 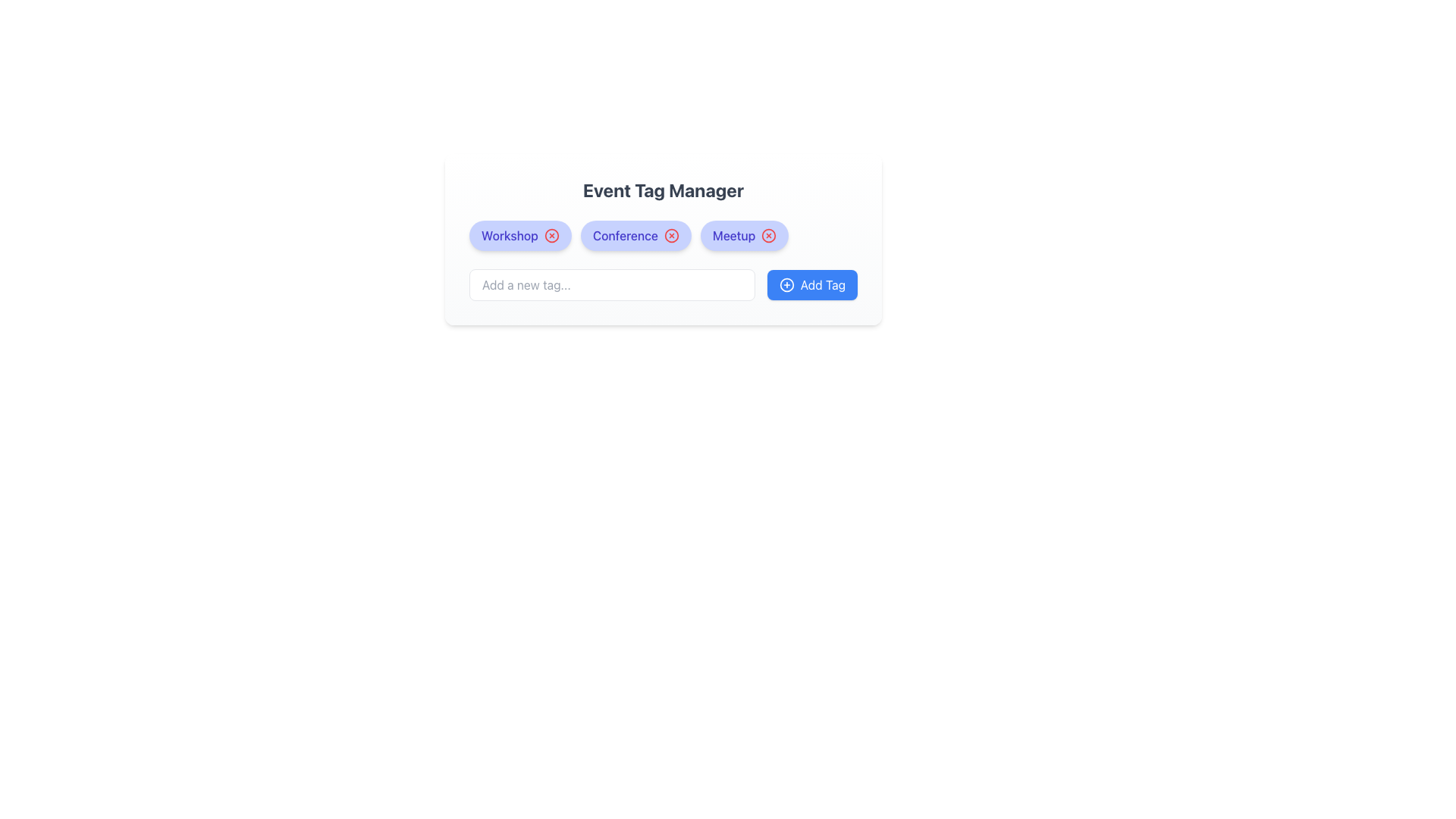 What do you see at coordinates (745, 236) in the screenshot?
I see `the 'Meetup' pill-shaped badge to focus or interact with it, allowing for potential removal of the tag` at bounding box center [745, 236].